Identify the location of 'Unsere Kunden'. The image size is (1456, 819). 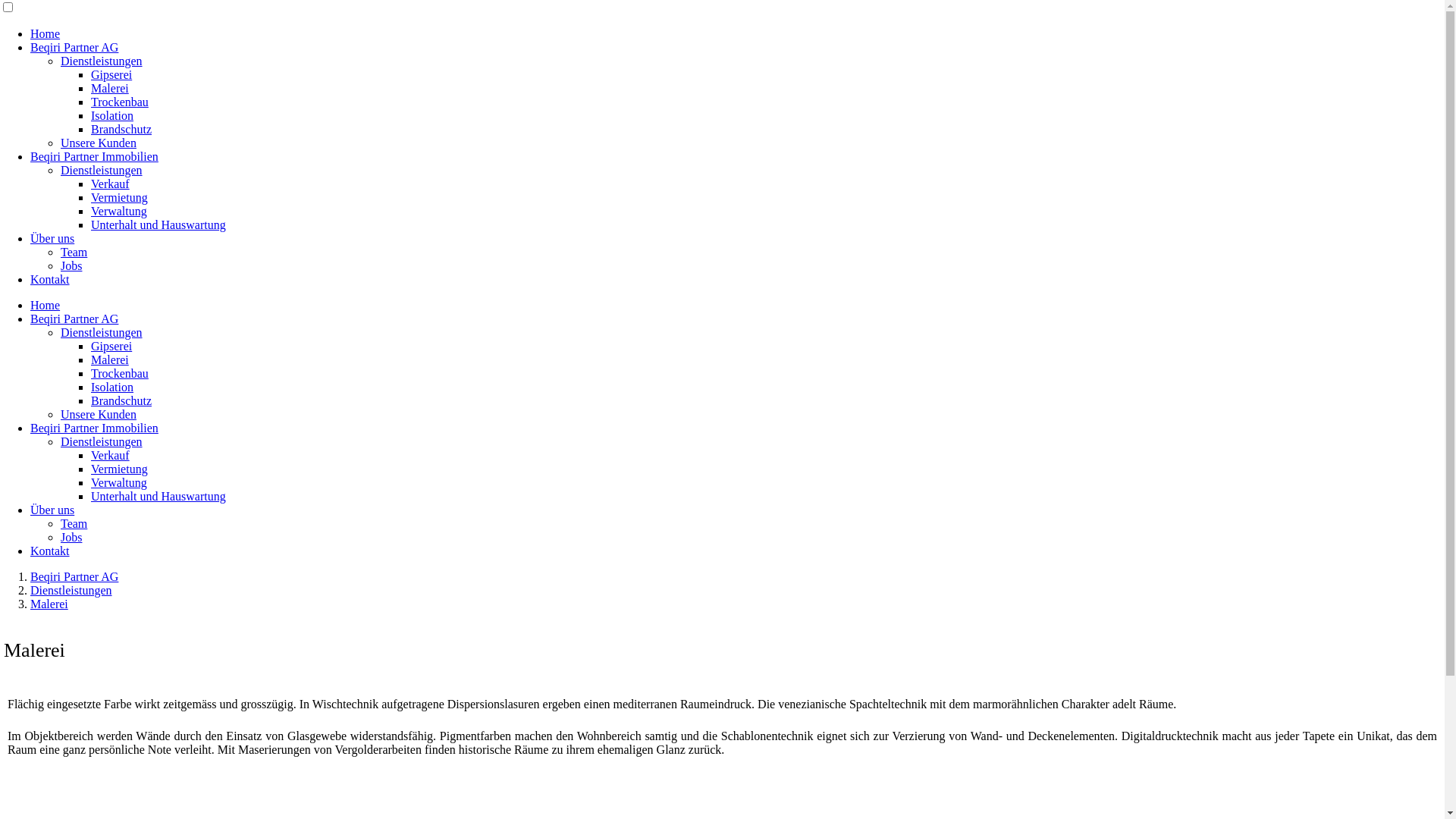
(97, 414).